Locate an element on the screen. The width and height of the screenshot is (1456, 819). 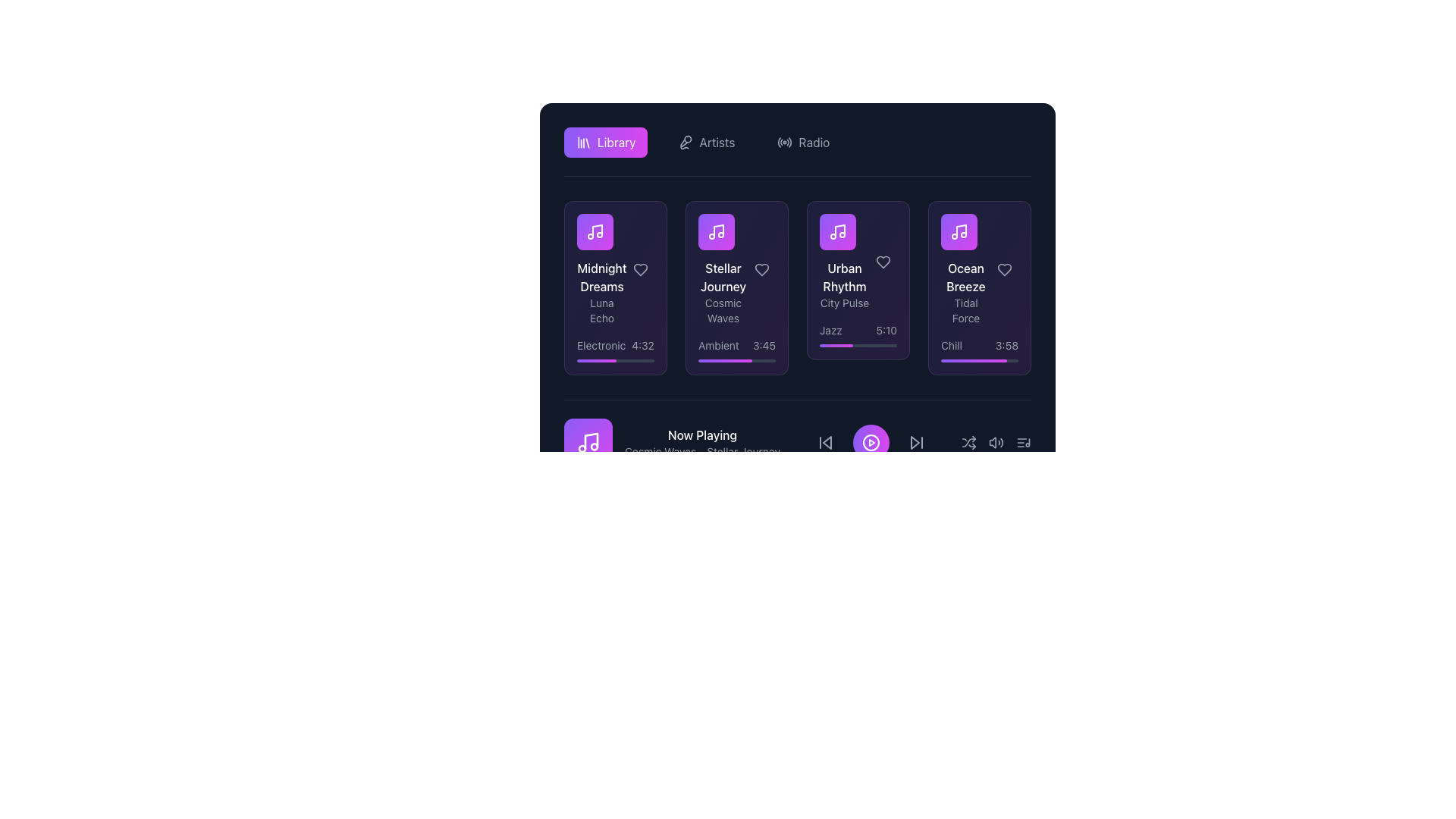
the forward navigation button, which is styled gray and transitions to white on hover, located is located at coordinates (915, 442).